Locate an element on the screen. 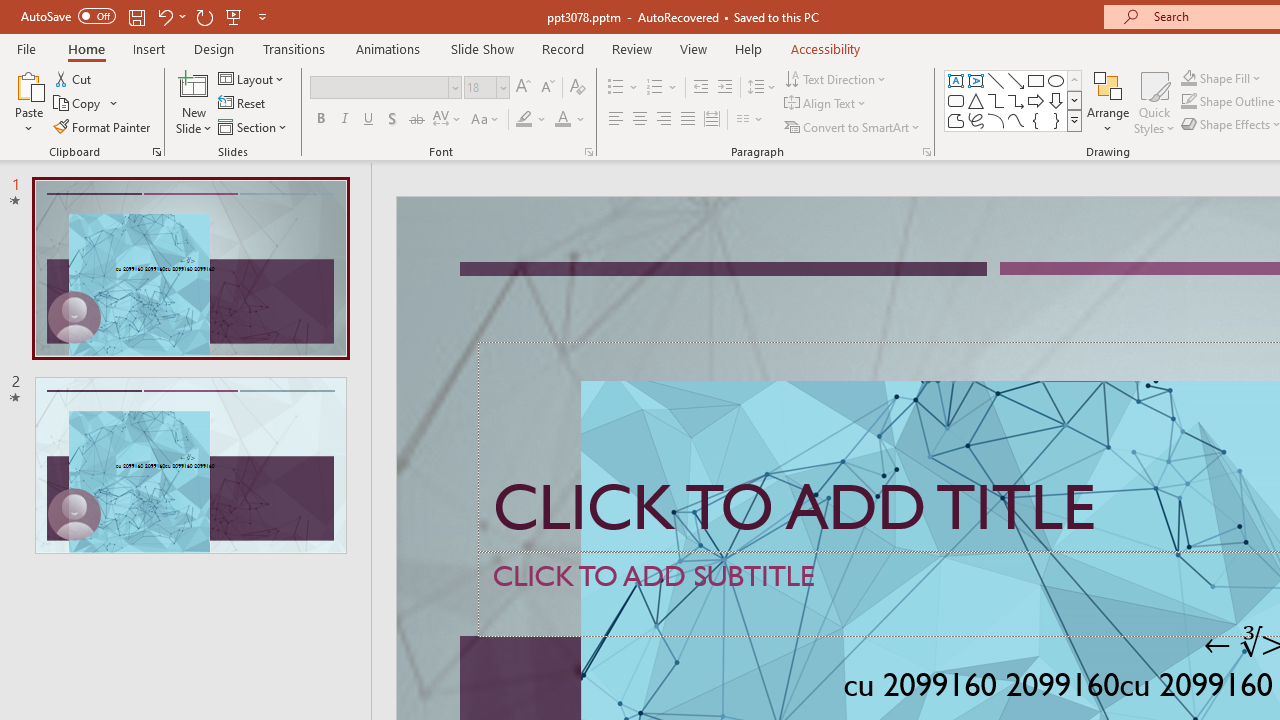 Image resolution: width=1280 pixels, height=720 pixels. 'Paste' is located at coordinates (28, 103).